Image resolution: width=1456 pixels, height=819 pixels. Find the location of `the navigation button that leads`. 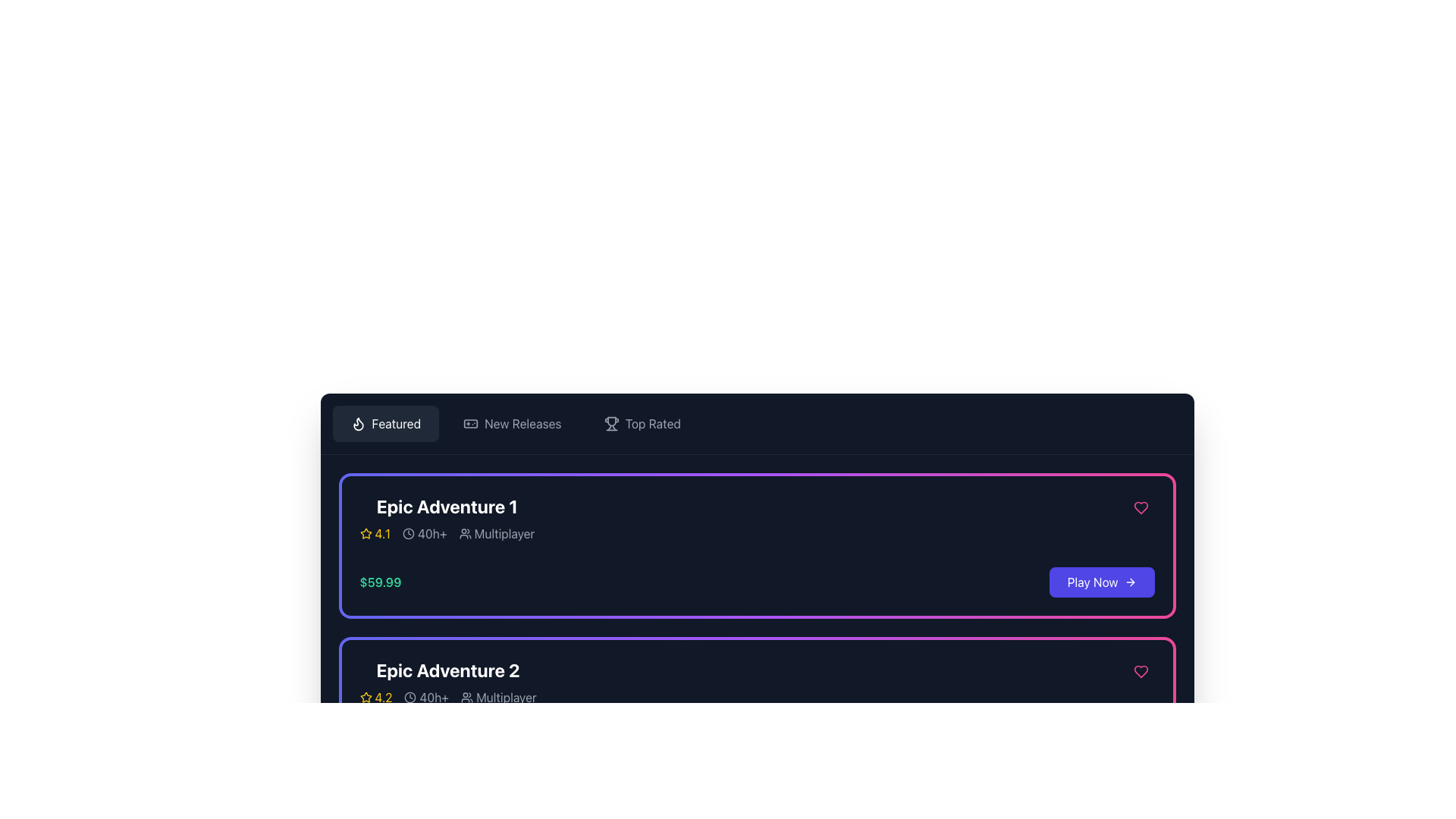

the navigation button that leads is located at coordinates (512, 424).